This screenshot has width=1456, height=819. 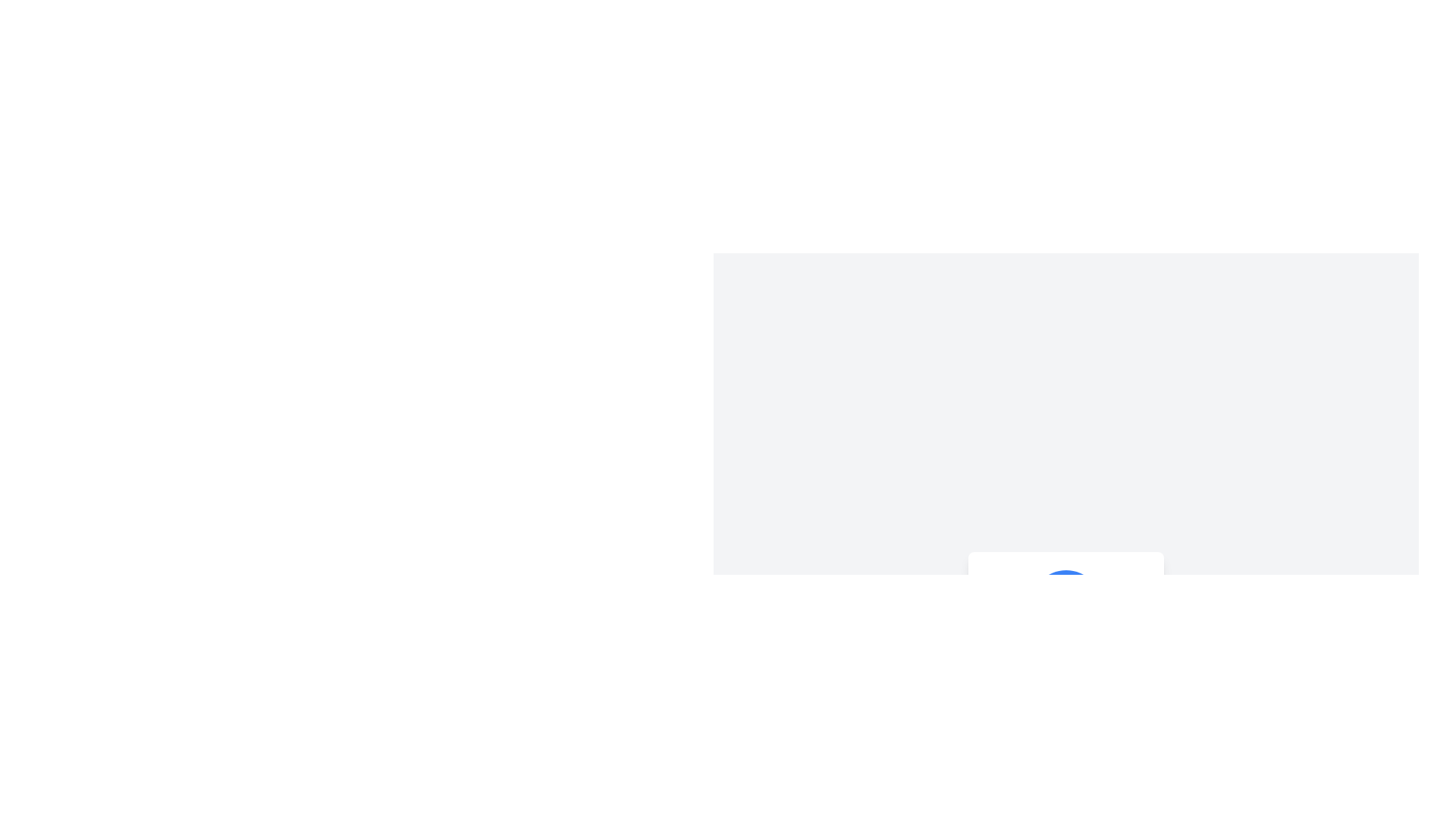 I want to click on the button below the name 'Alice' and above the description 'Enhanced Profile Component' to initiate the member change process, so click(x=1065, y=704).